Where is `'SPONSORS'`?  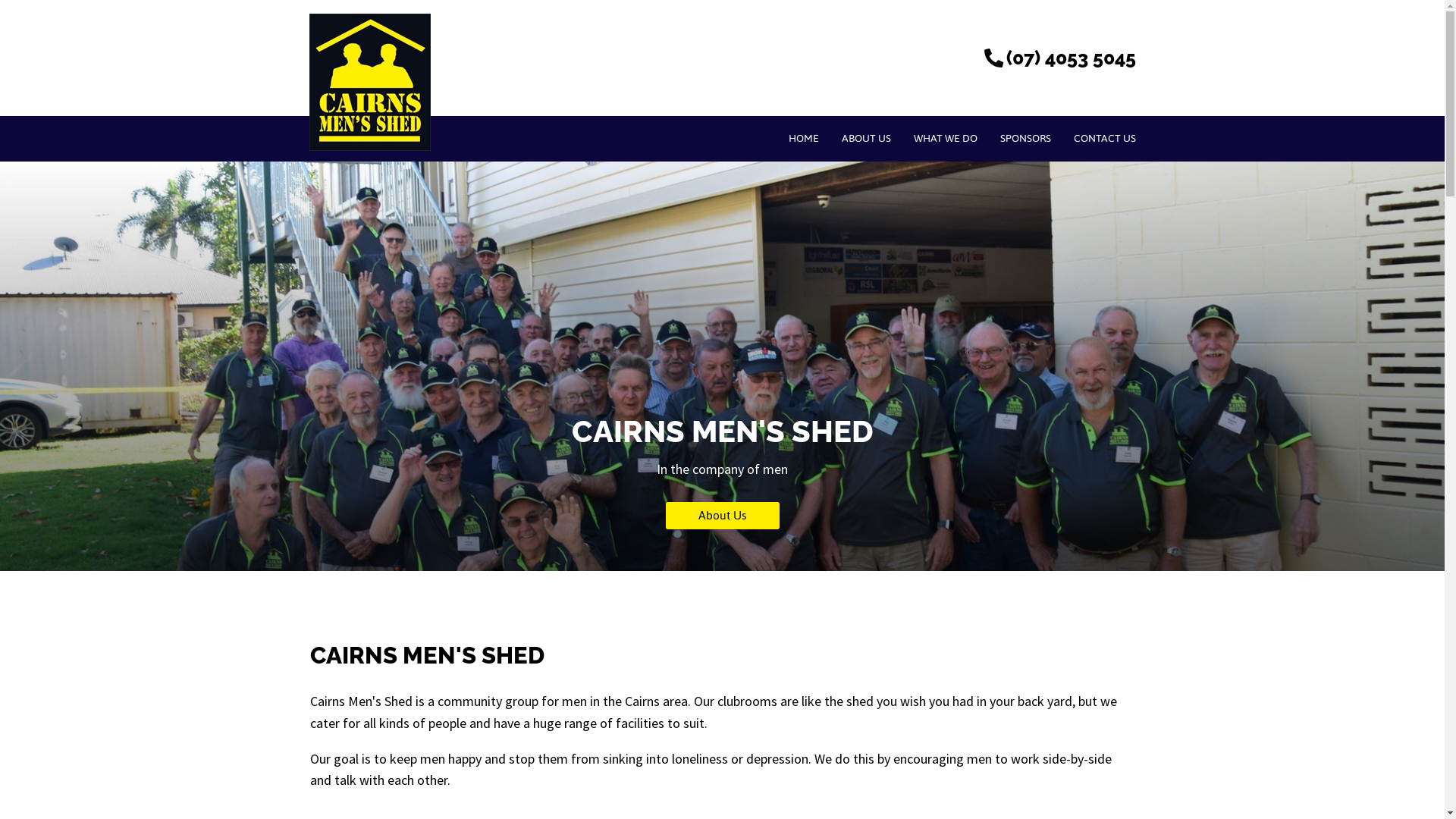 'SPONSORS' is located at coordinates (1025, 138).